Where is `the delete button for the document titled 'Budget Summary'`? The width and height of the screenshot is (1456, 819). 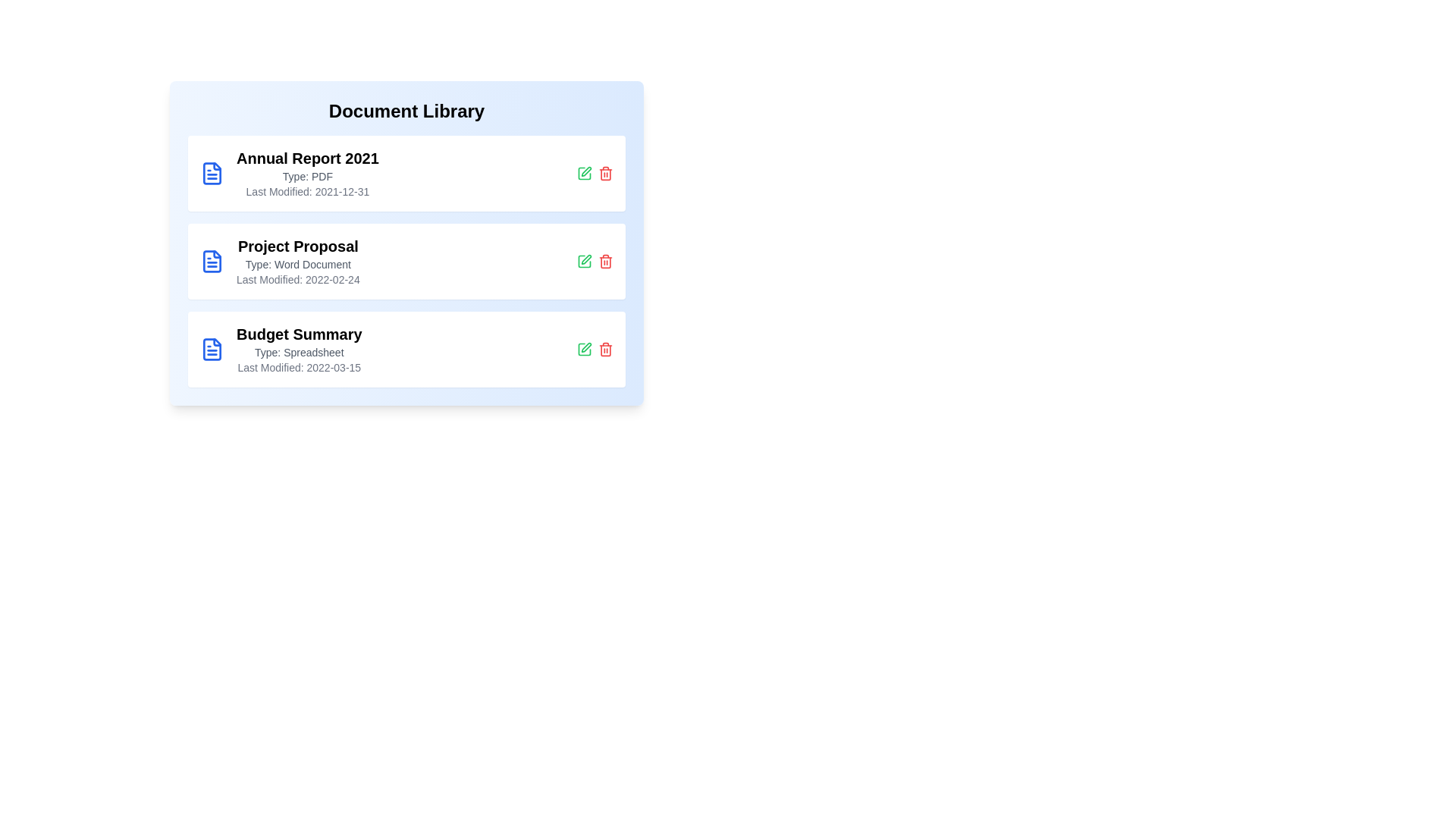
the delete button for the document titled 'Budget Summary' is located at coordinates (604, 350).